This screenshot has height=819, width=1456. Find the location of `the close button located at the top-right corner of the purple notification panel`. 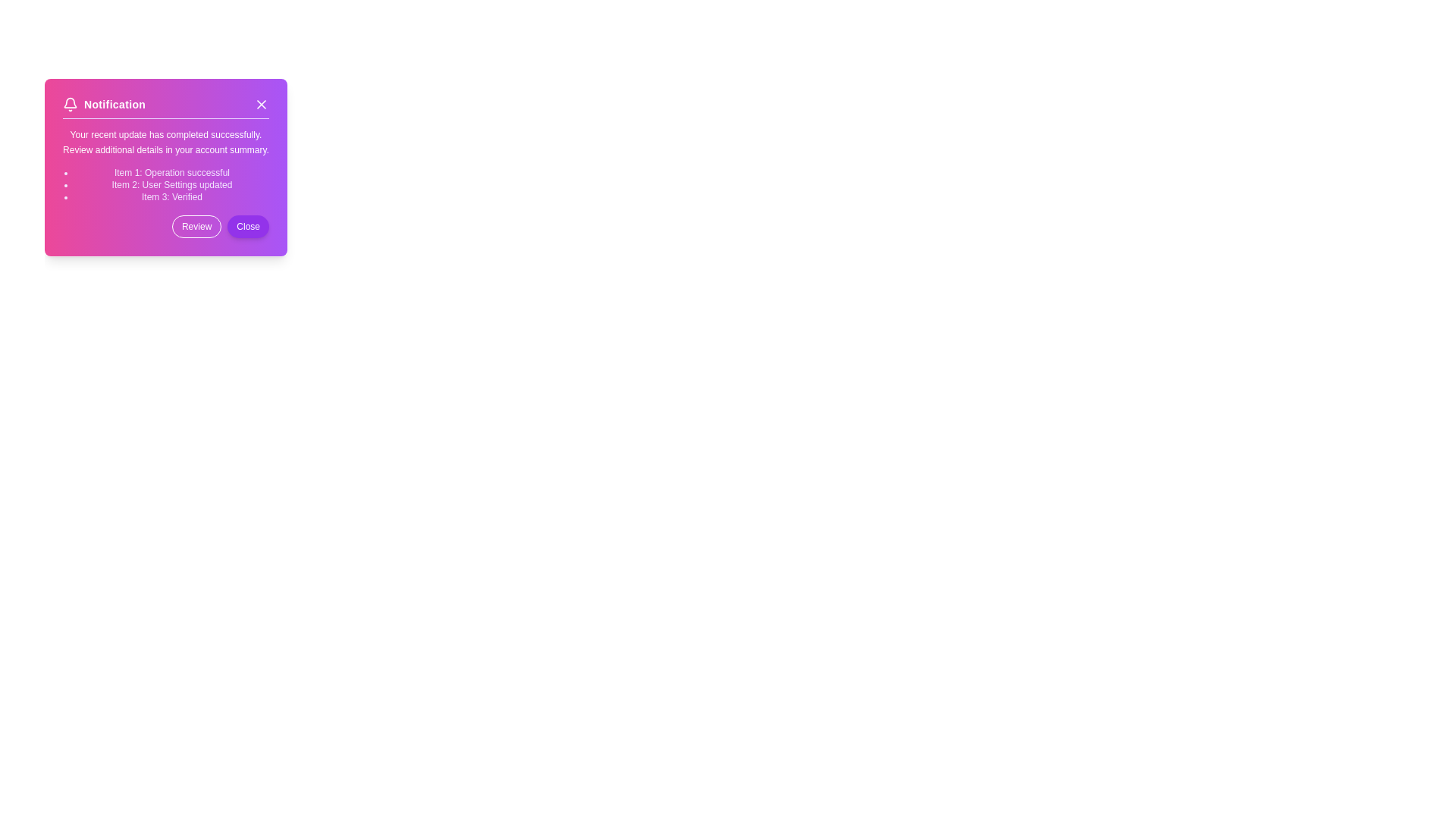

the close button located at the top-right corner of the purple notification panel is located at coordinates (262, 104).